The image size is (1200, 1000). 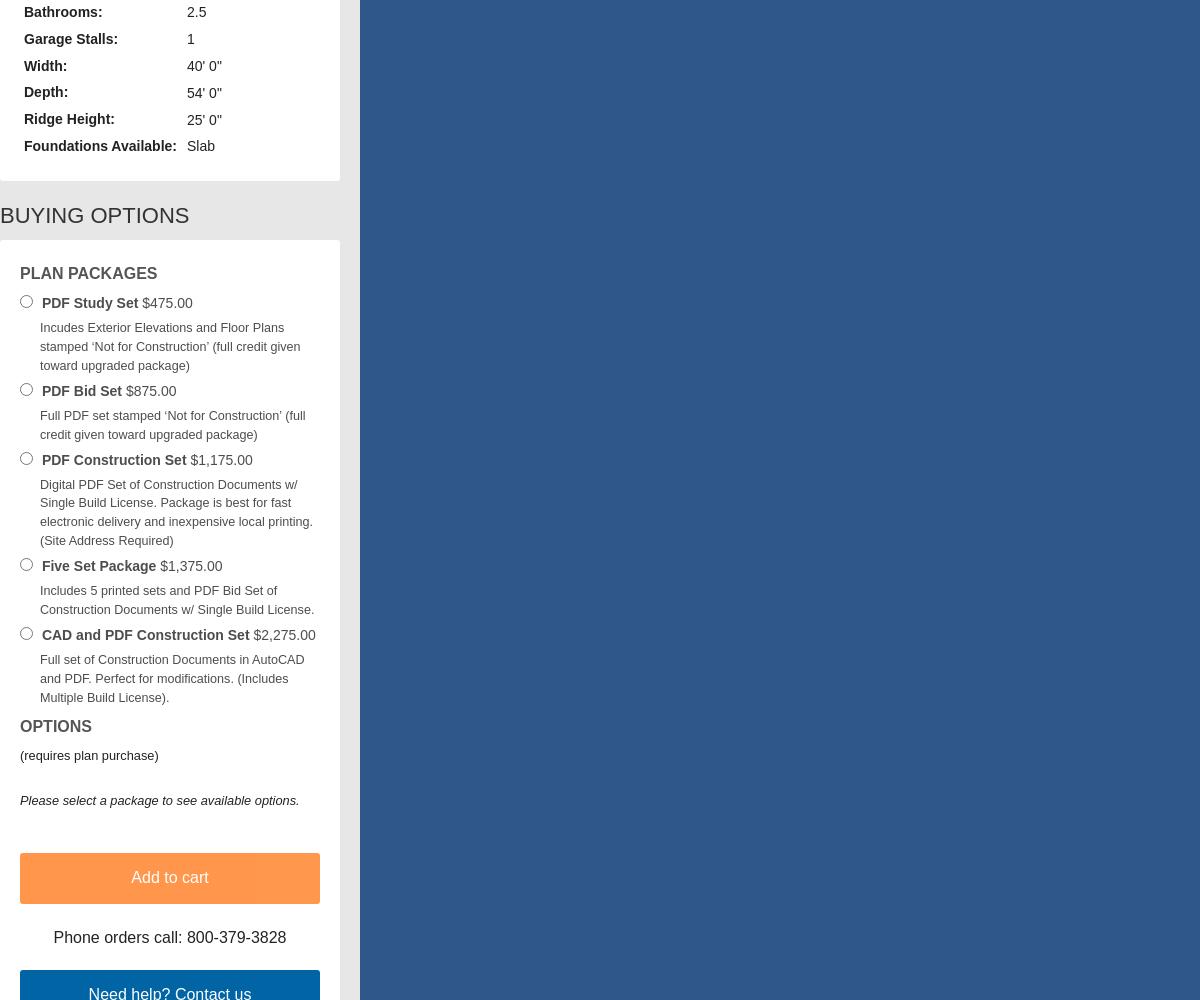 What do you see at coordinates (63, 11) in the screenshot?
I see `'Bathrooms:'` at bounding box center [63, 11].